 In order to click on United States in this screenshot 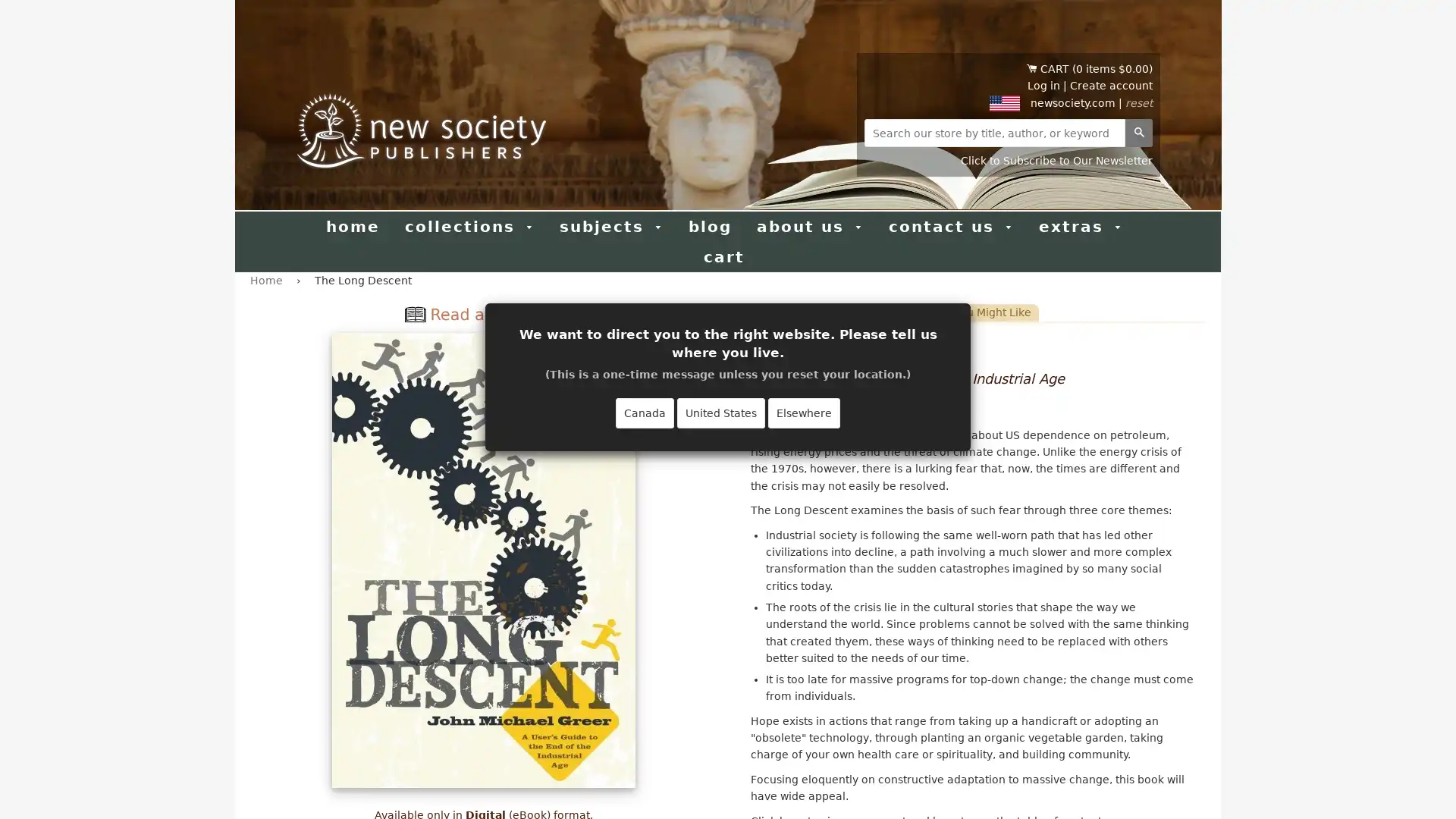, I will do `click(720, 413)`.